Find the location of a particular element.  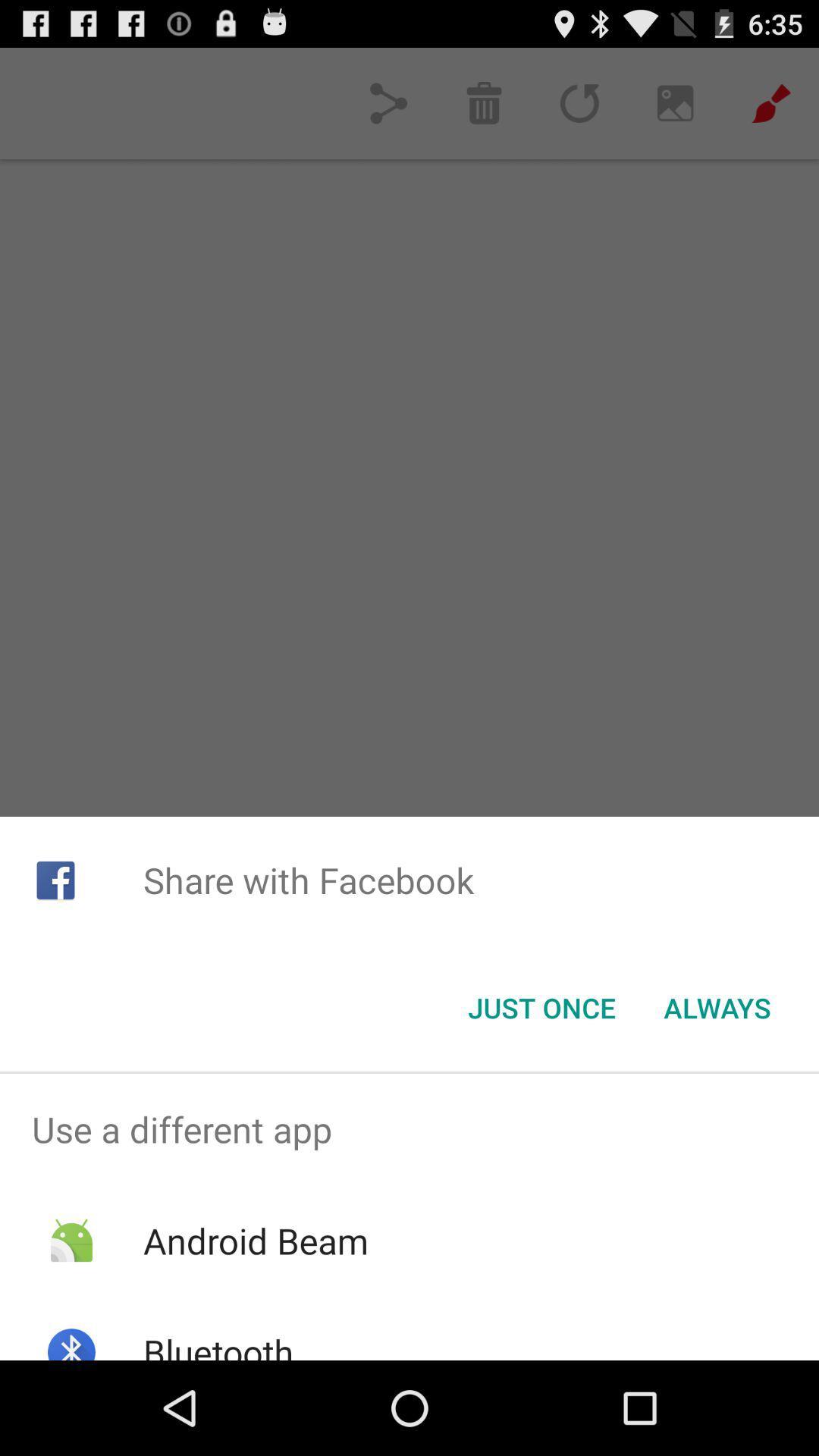

android beam app is located at coordinates (255, 1241).